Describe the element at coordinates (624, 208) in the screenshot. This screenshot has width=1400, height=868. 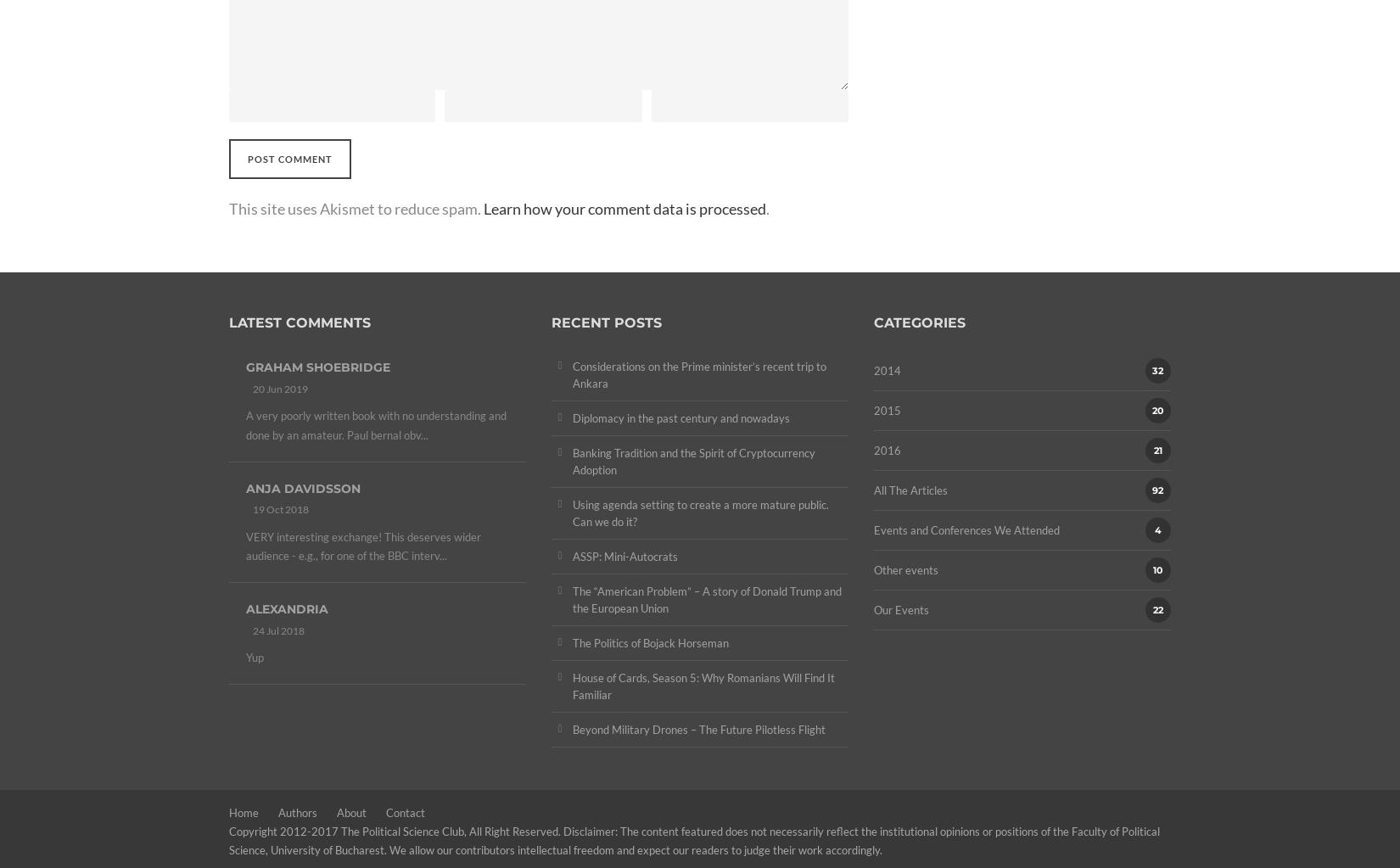
I see `'Learn how your comment data is processed'` at that location.